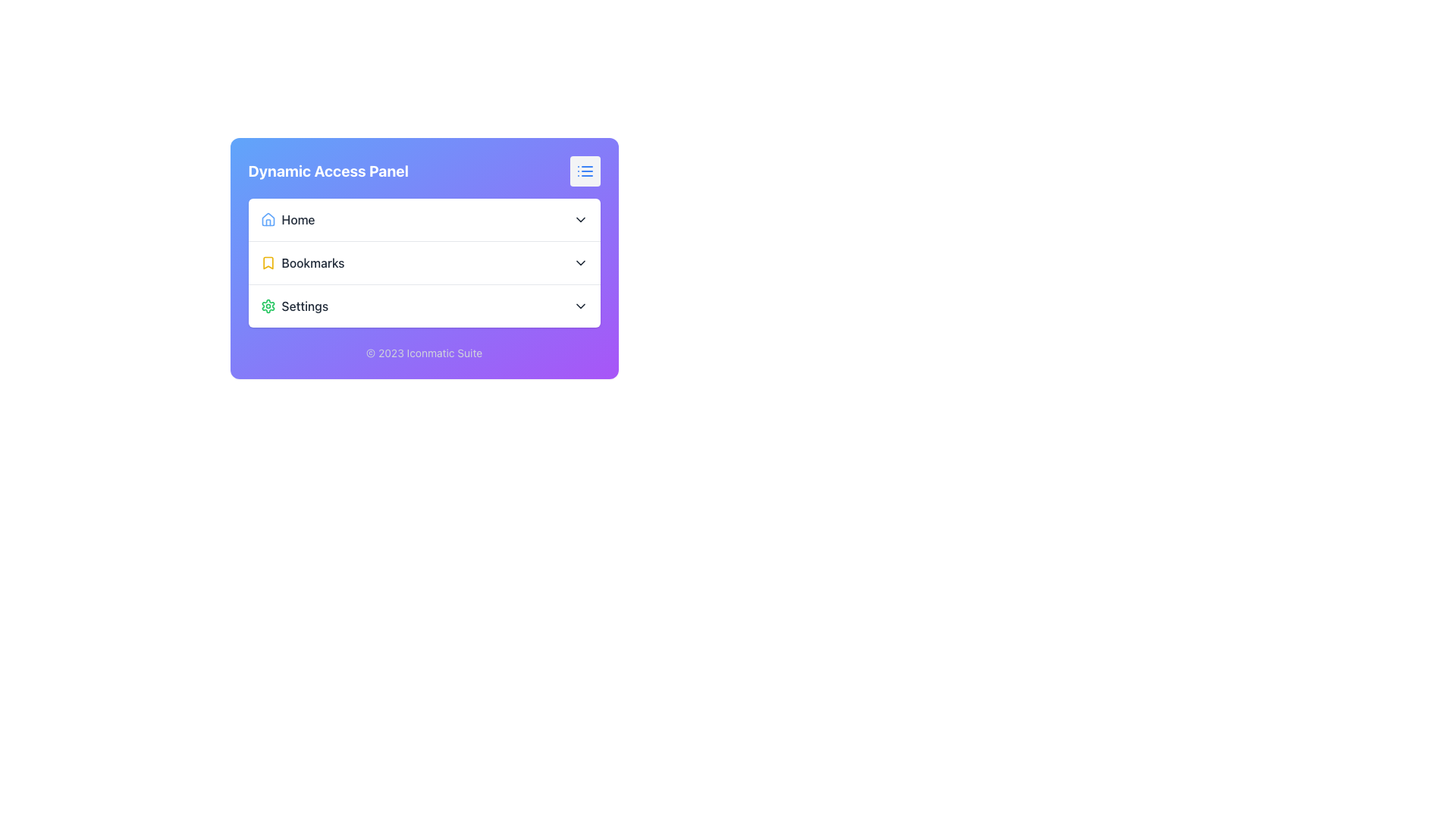 The height and width of the screenshot is (819, 1456). Describe the element at coordinates (584, 171) in the screenshot. I see `the list/menu icon, which is a blue icon with three horizontal lines located at the top-right corner of the 'Dynamic Access Panel' on the gray background` at that location.